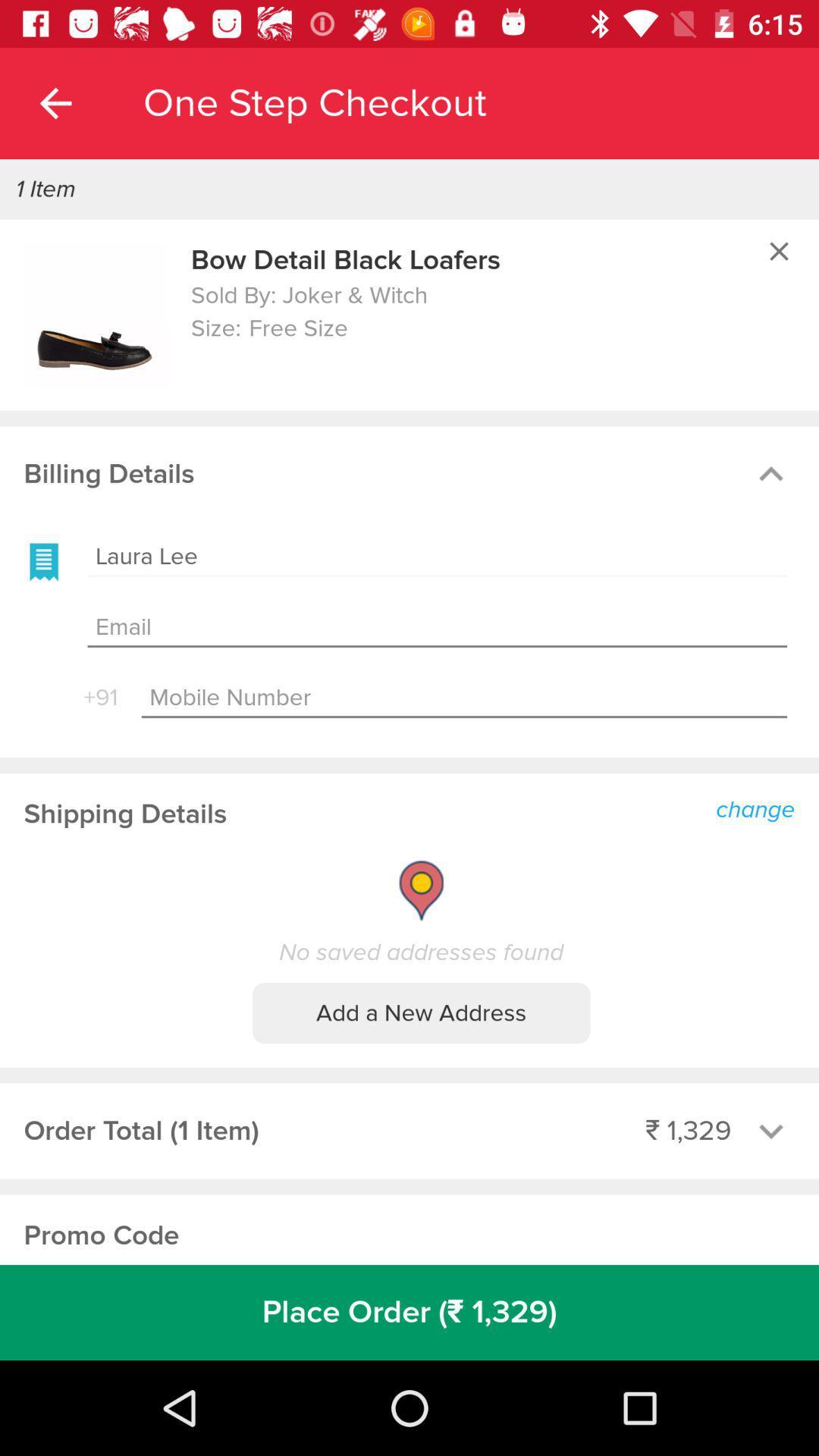  What do you see at coordinates (55, 102) in the screenshot?
I see `the app to the left of one step checkout app` at bounding box center [55, 102].